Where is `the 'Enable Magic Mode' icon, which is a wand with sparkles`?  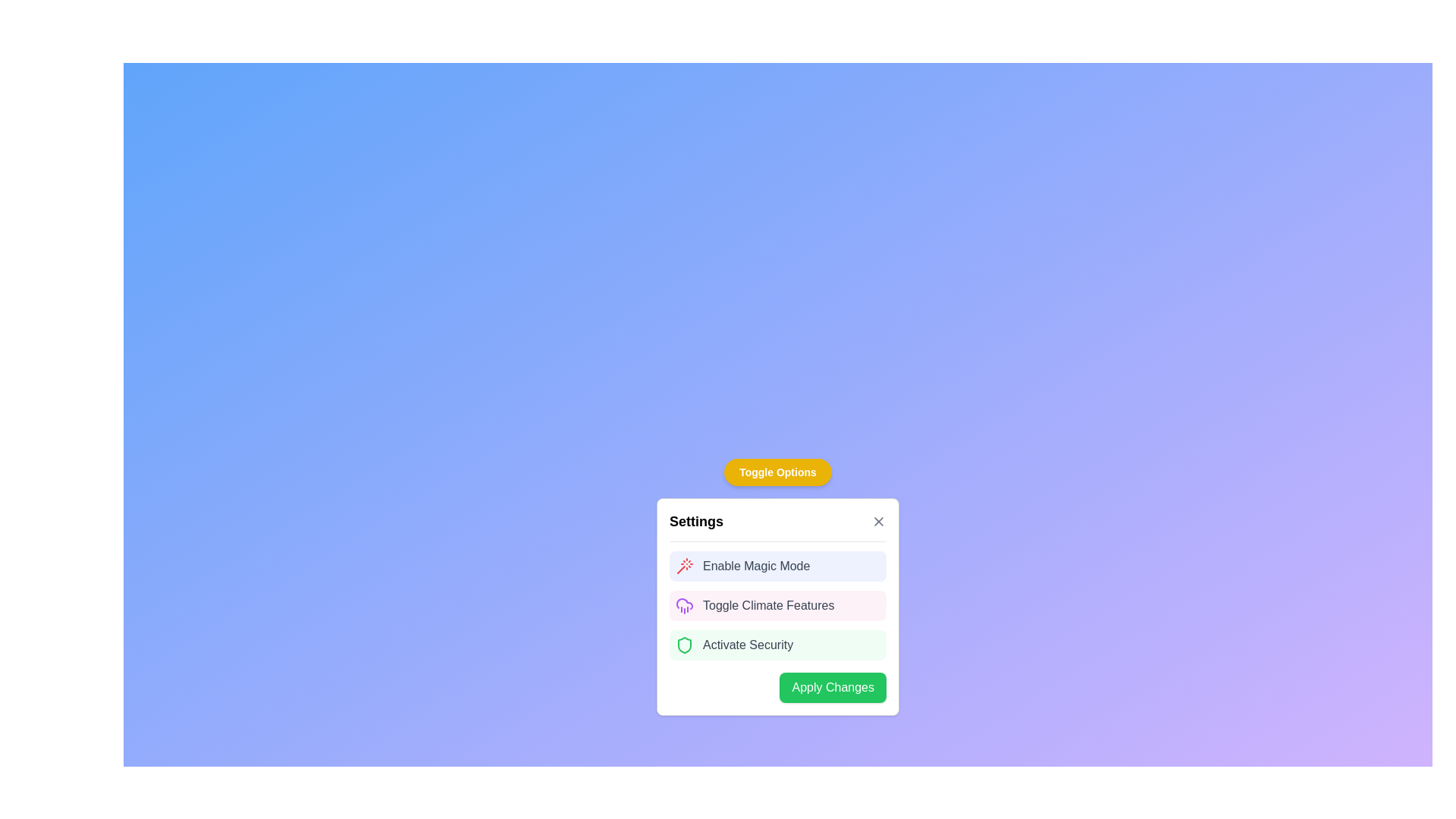 the 'Enable Magic Mode' icon, which is a wand with sparkles is located at coordinates (683, 566).